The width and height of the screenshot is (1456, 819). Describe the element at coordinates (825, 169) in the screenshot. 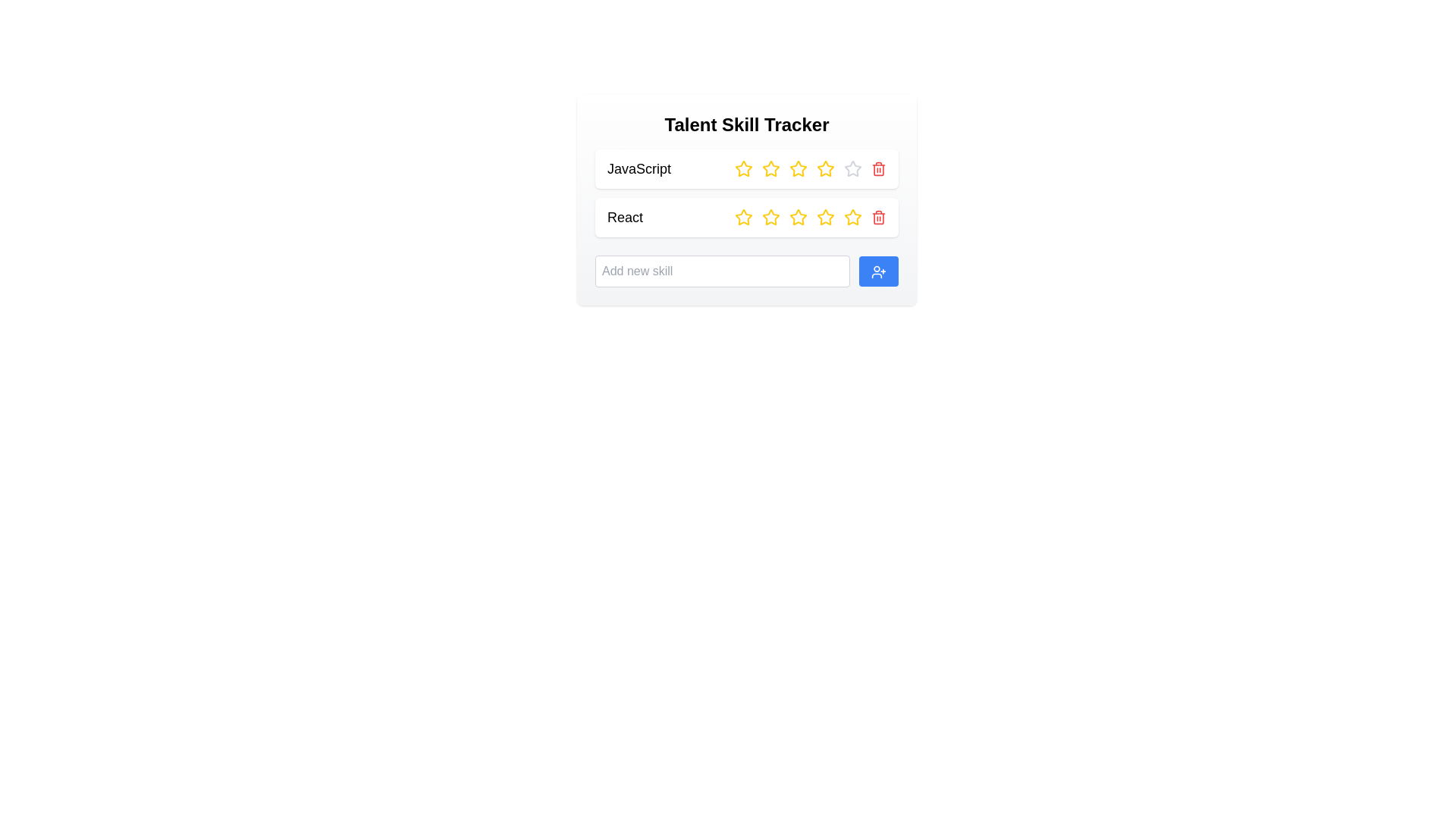

I see `the sixth star icon in the rating component for the 'JavaScript' skill in the Talent Skill Tracker interface` at that location.